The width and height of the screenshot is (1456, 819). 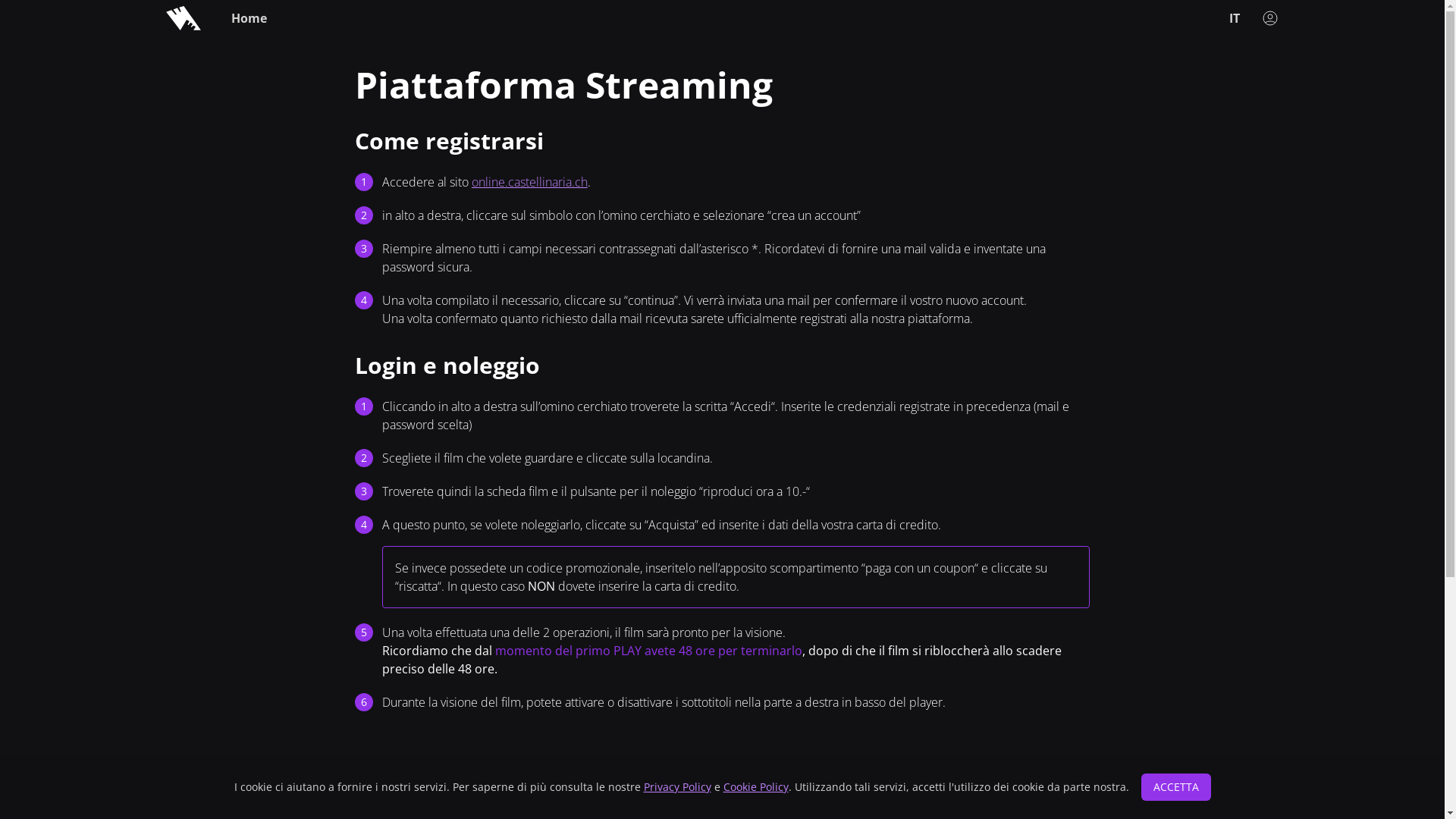 What do you see at coordinates (1234, 17) in the screenshot?
I see `'IT'` at bounding box center [1234, 17].